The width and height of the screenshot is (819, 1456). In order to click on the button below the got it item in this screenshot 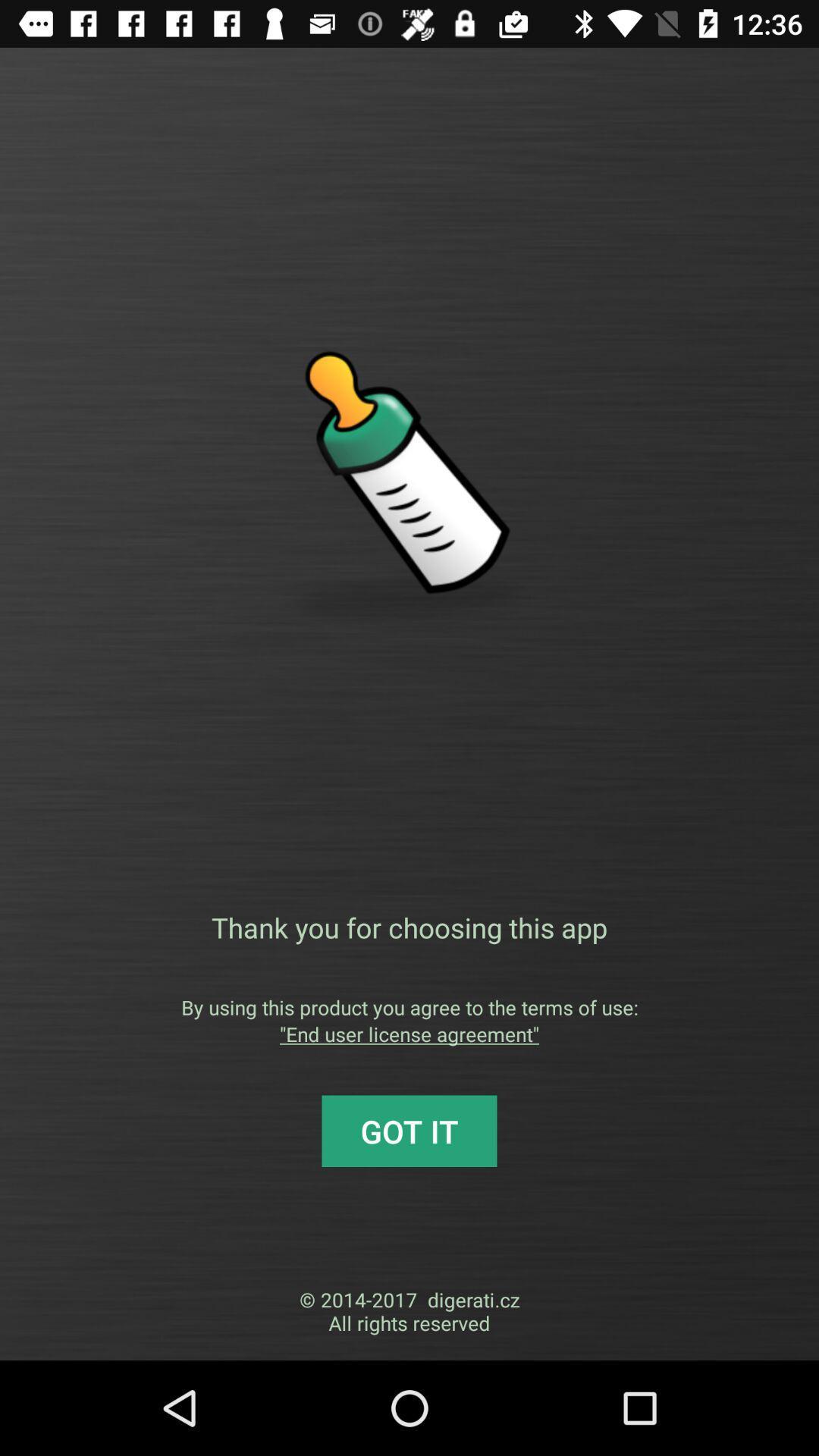, I will do `click(409, 1310)`.